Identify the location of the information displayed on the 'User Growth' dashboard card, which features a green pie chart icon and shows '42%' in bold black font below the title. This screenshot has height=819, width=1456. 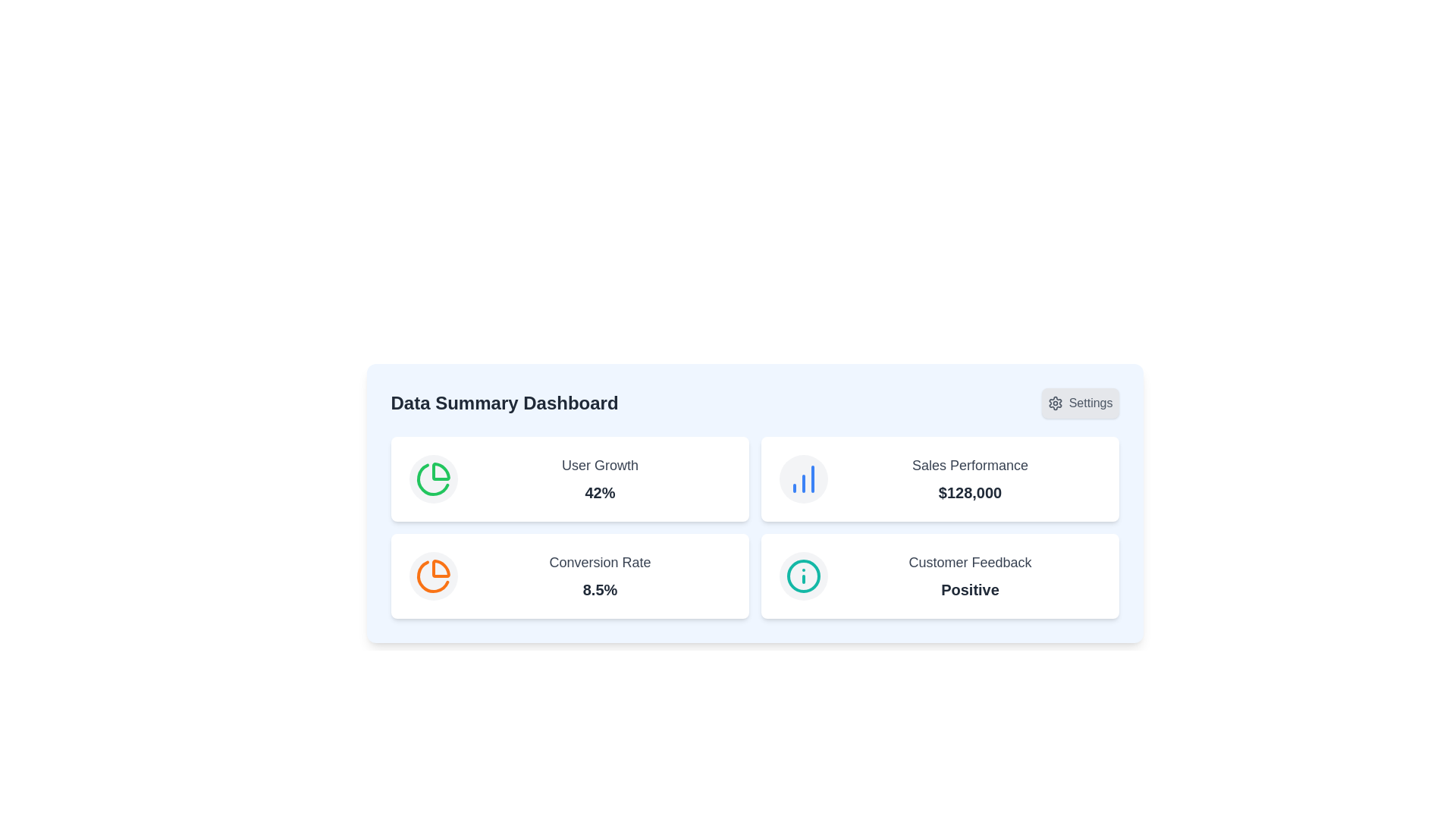
(569, 479).